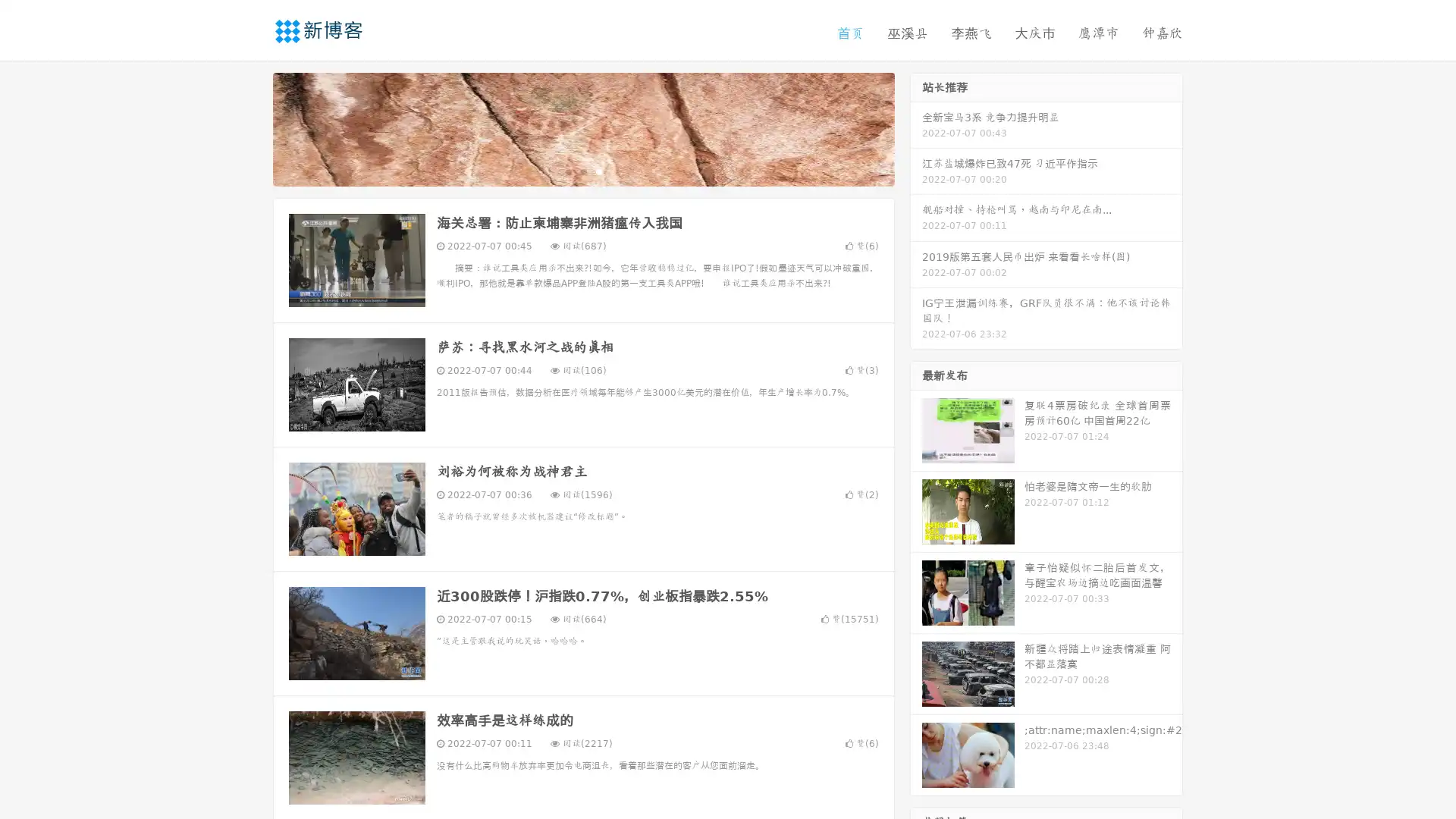 Image resolution: width=1456 pixels, height=819 pixels. I want to click on Go to slide 2, so click(582, 171).